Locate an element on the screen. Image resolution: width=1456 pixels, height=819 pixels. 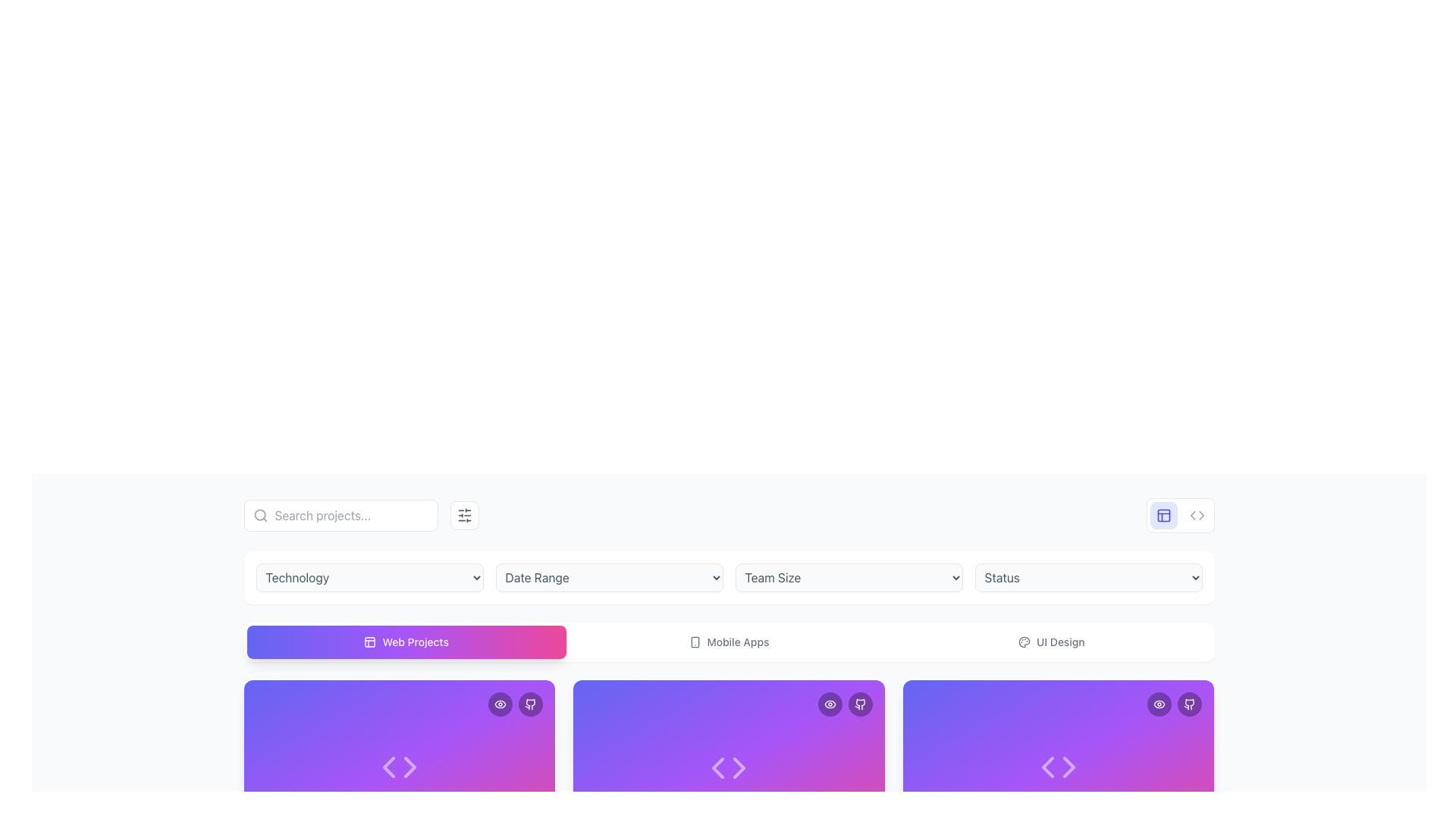
the right-side portion of the code symbol icon located near the upper-right corner of the interface, to the left of a similar triangular shape is located at coordinates (1200, 514).